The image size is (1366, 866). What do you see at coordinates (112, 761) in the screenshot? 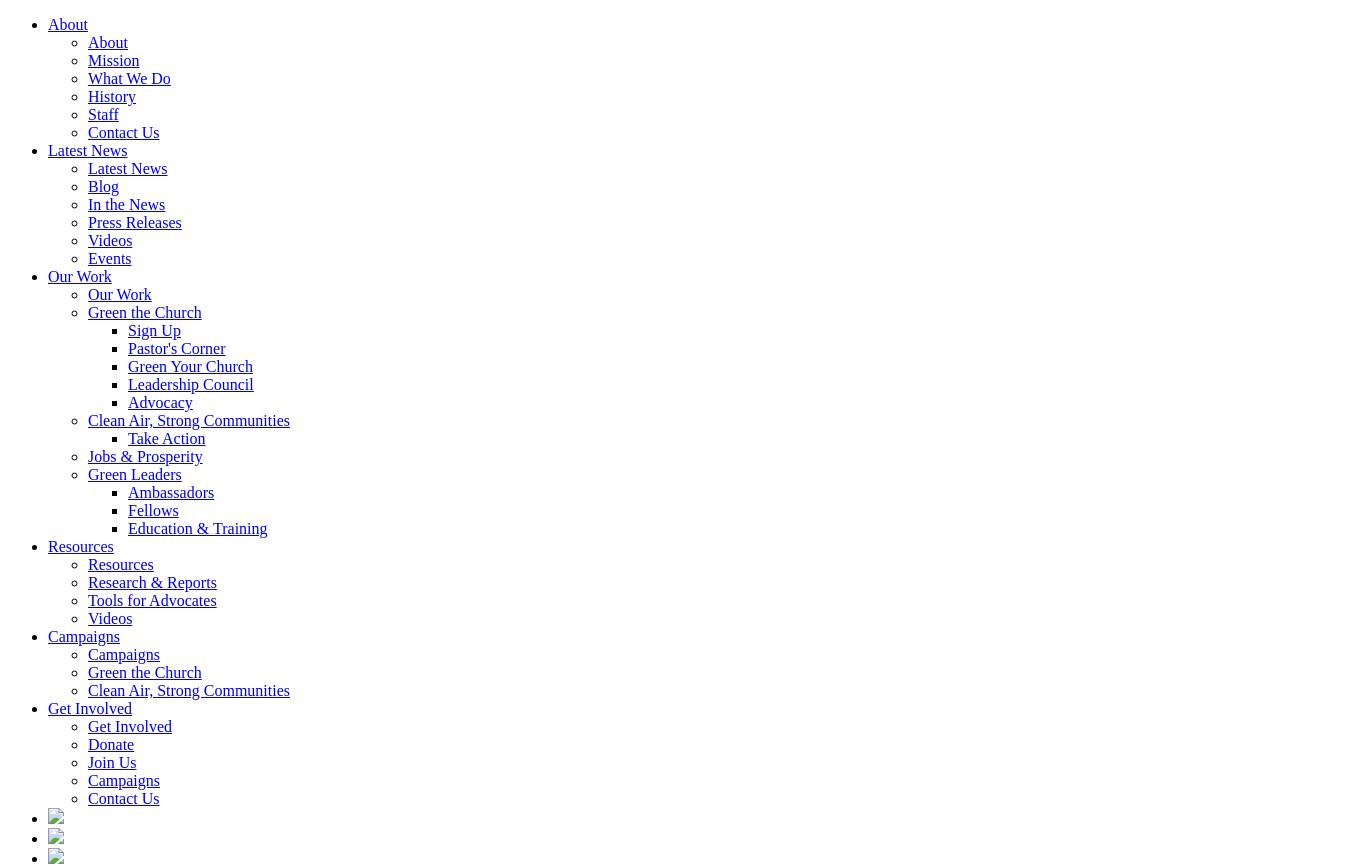
I see `'Join Us'` at bounding box center [112, 761].